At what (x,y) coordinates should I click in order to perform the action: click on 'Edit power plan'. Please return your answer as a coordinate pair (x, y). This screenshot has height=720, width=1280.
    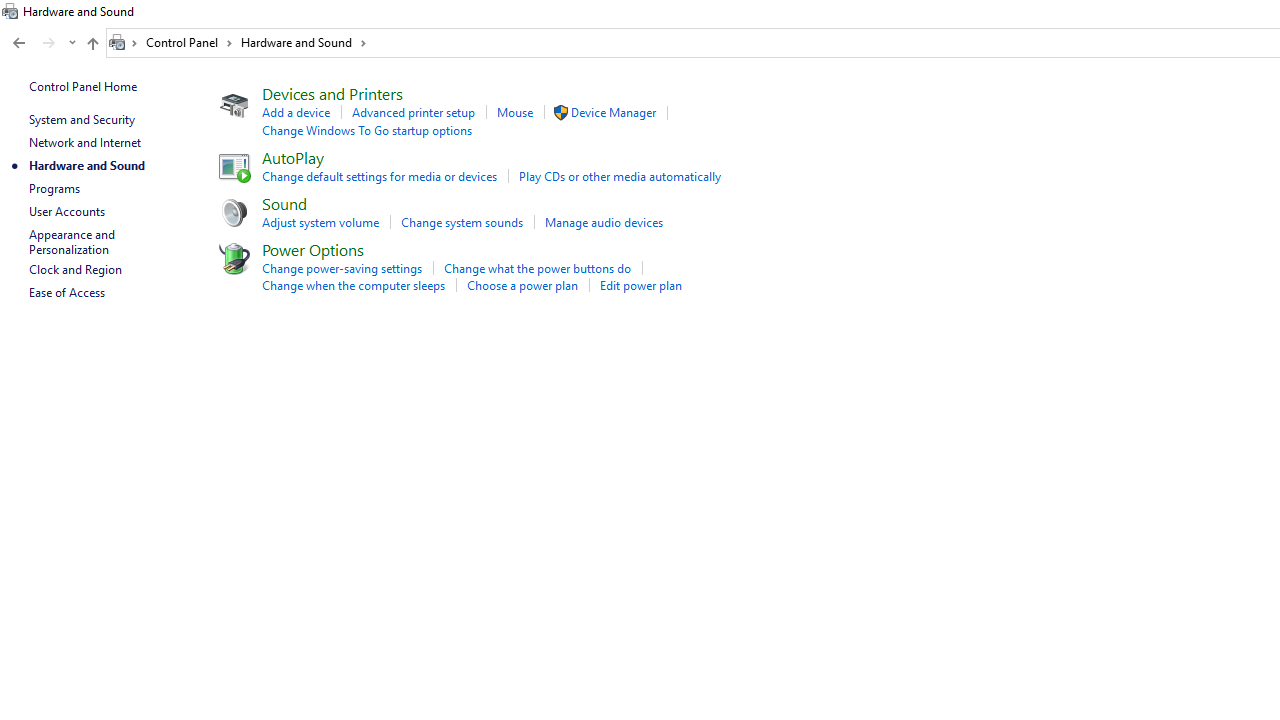
    Looking at the image, I should click on (640, 285).